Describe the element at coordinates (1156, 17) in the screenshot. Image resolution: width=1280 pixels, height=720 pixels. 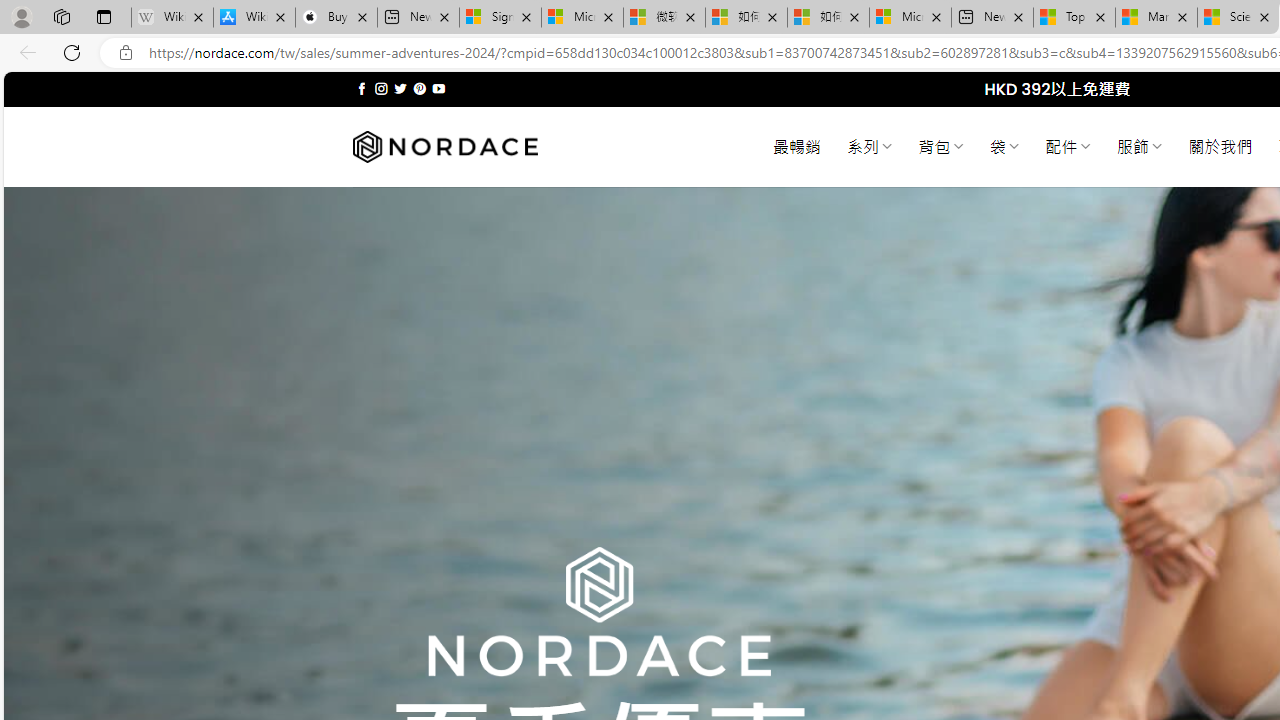
I see `'Marine life - MSN'` at that location.